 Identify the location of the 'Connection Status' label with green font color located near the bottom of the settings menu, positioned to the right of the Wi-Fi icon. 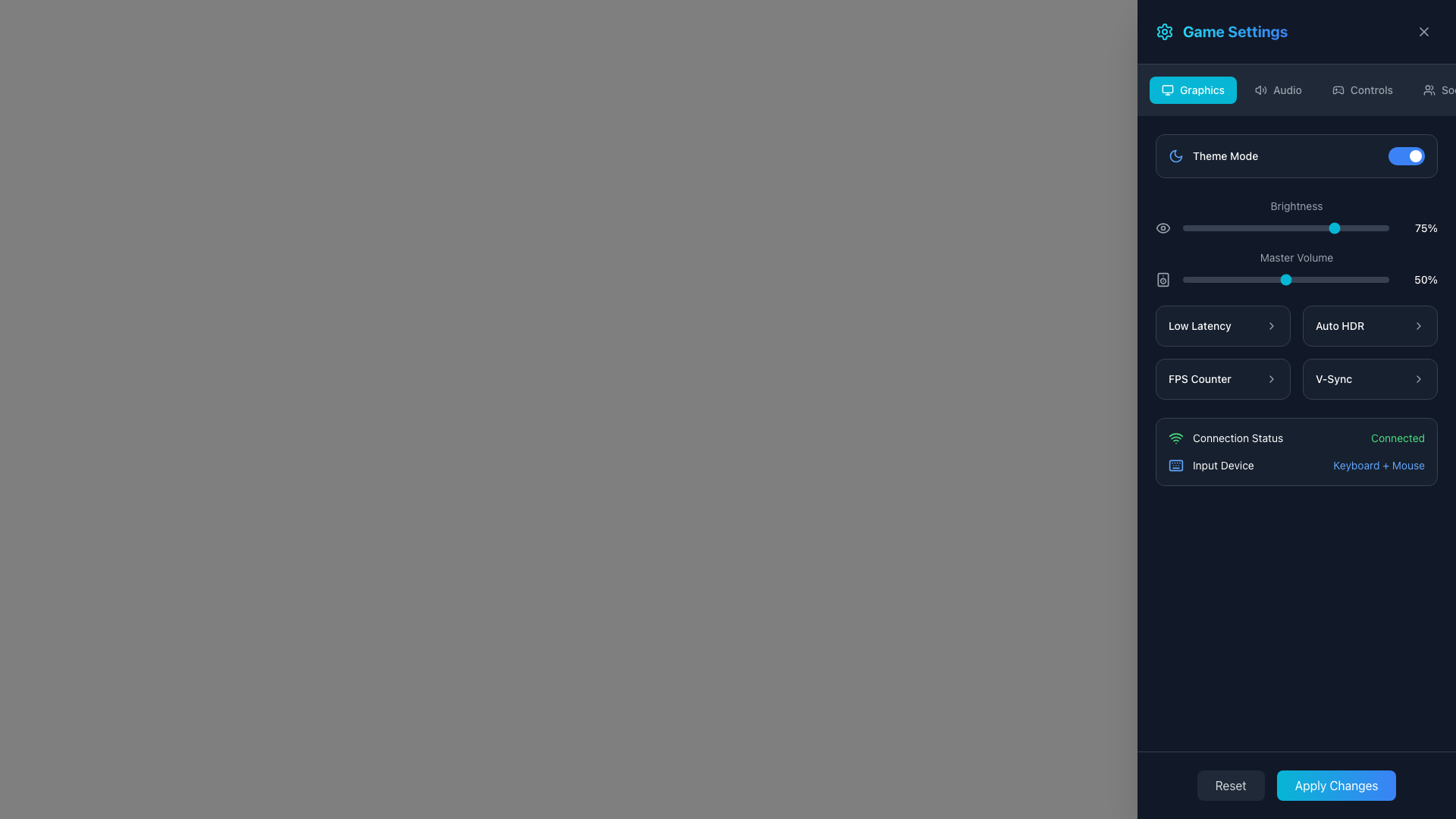
(1238, 438).